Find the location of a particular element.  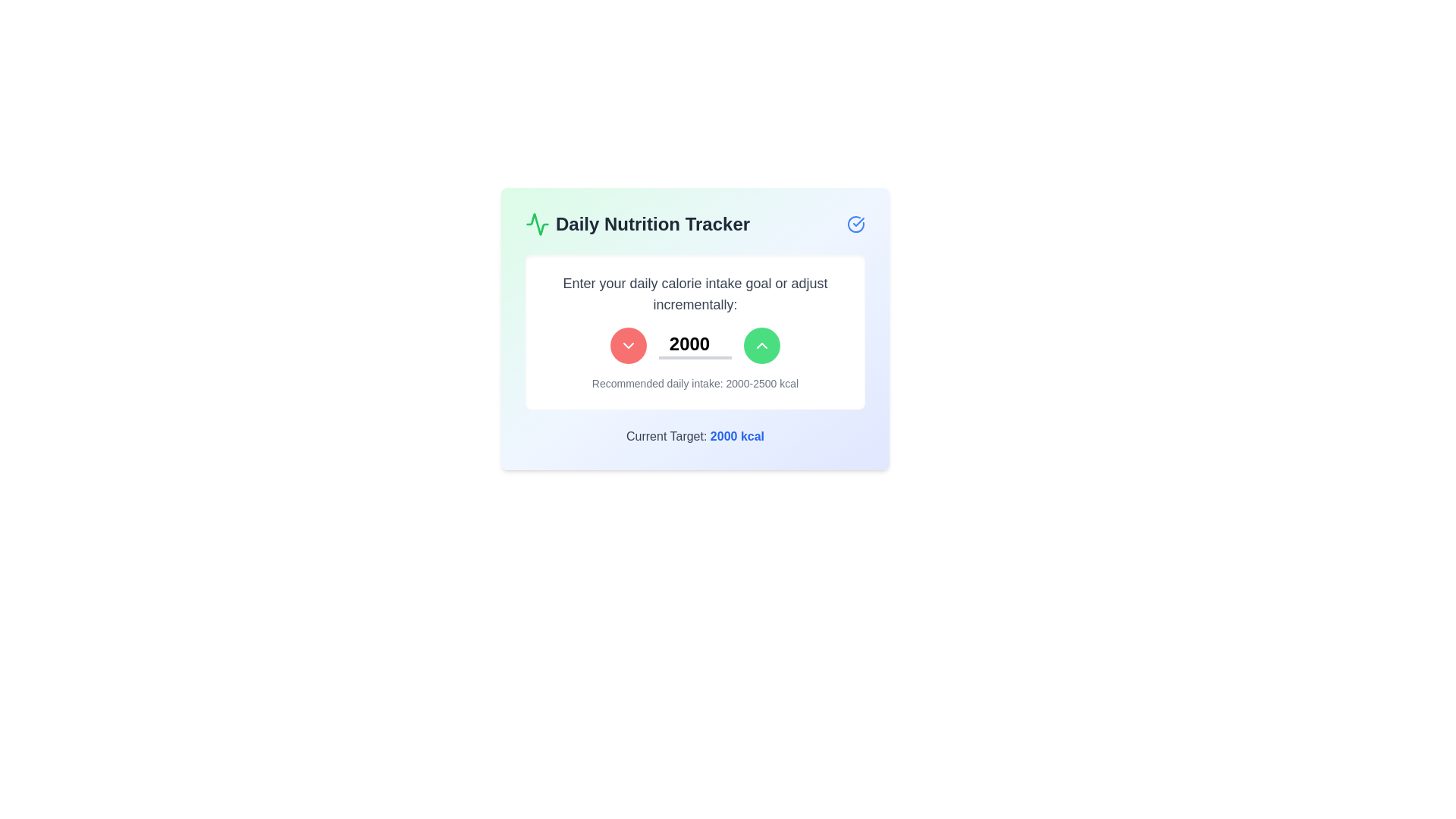

the informational text displaying the recommended daily calorie intake range, located at the bottom of the calorie tracker UI is located at coordinates (694, 382).